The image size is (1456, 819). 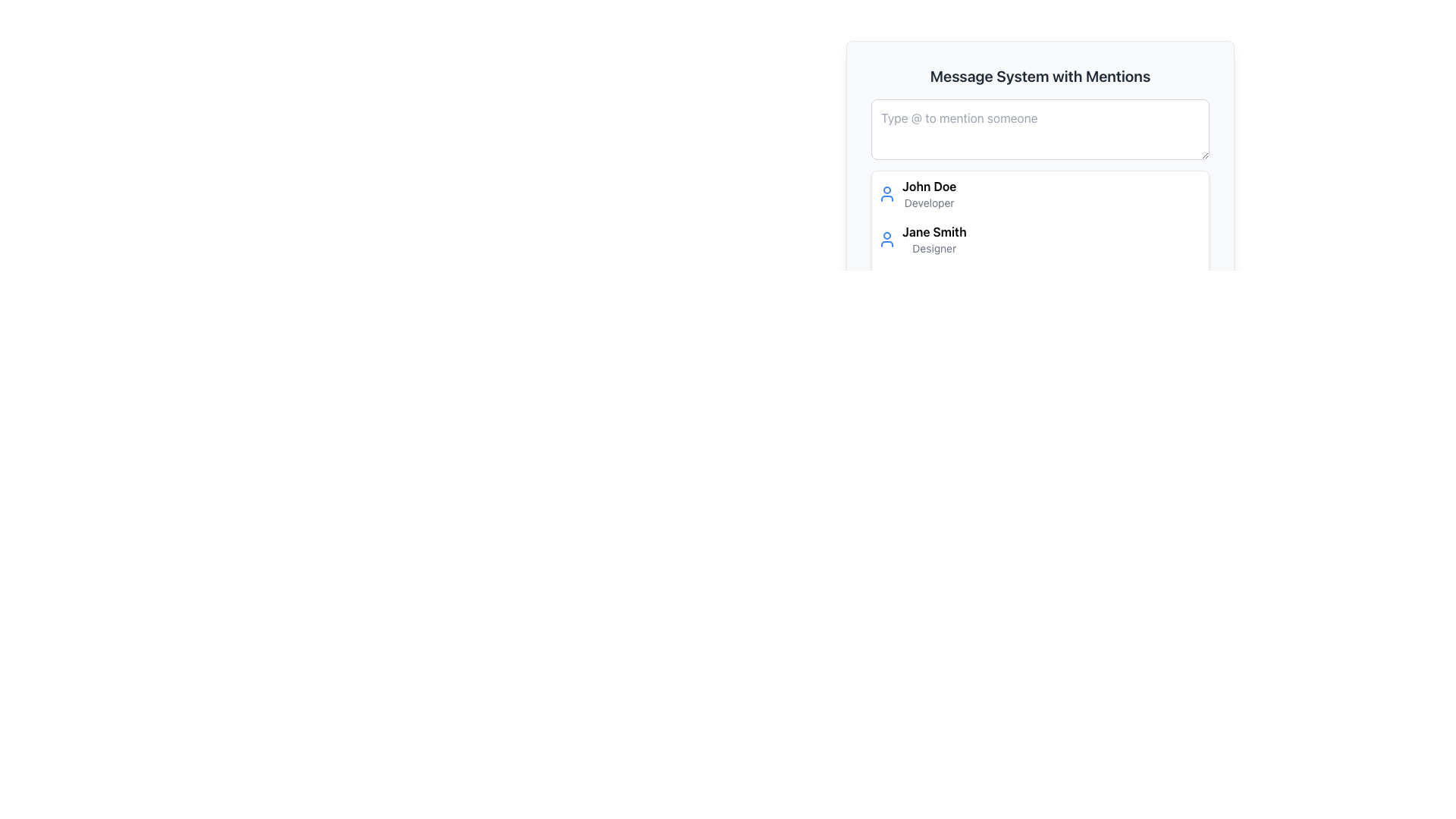 I want to click on the text element displaying the user's name 'Jane Smith' if it is interactive, located below 'John Doe' in a vertical list of personnel details, so click(x=934, y=231).